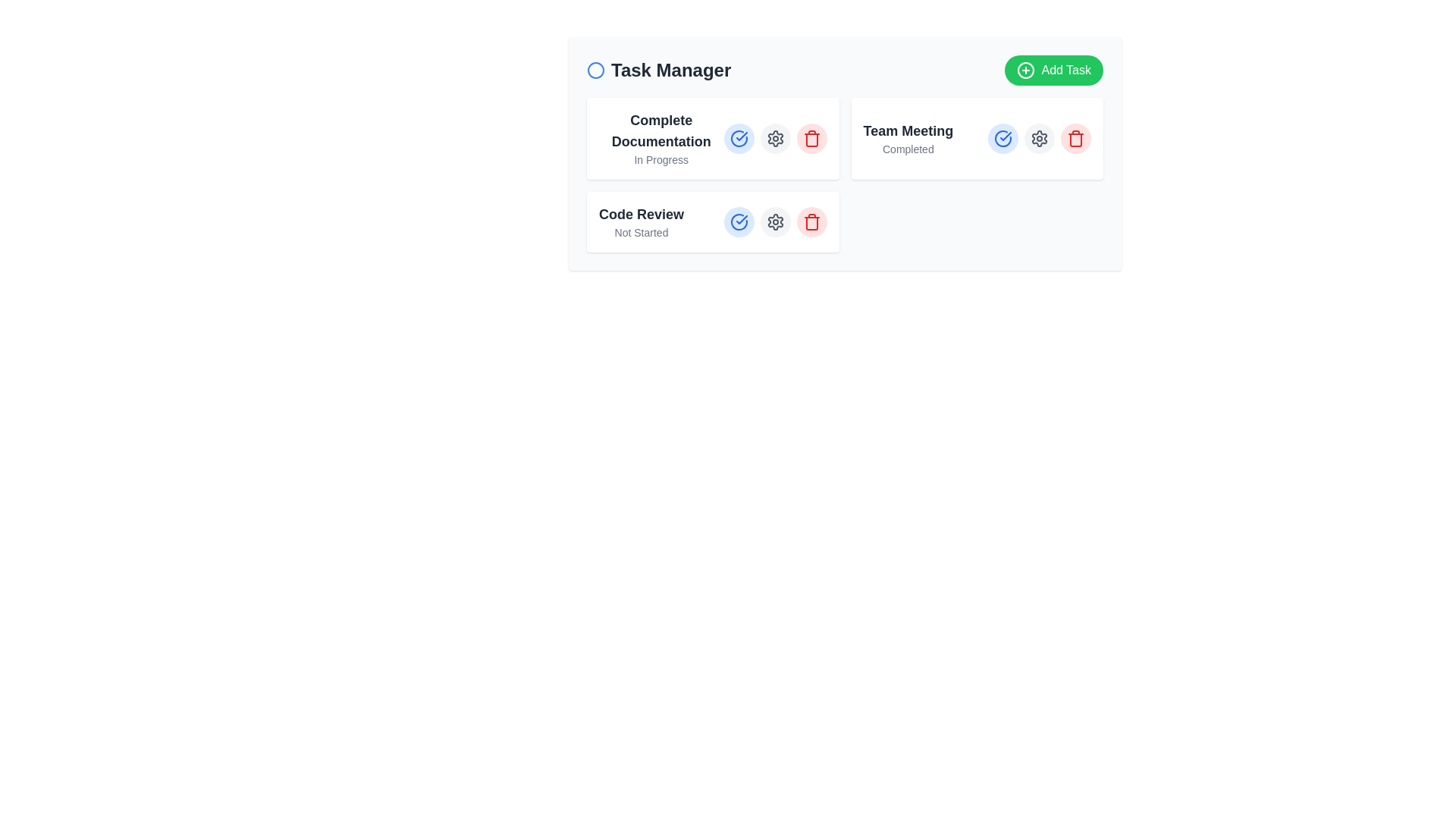 The width and height of the screenshot is (1456, 819). What do you see at coordinates (775, 222) in the screenshot?
I see `the gray-colored gear-shaped icon (settings or cog symbol)` at bounding box center [775, 222].